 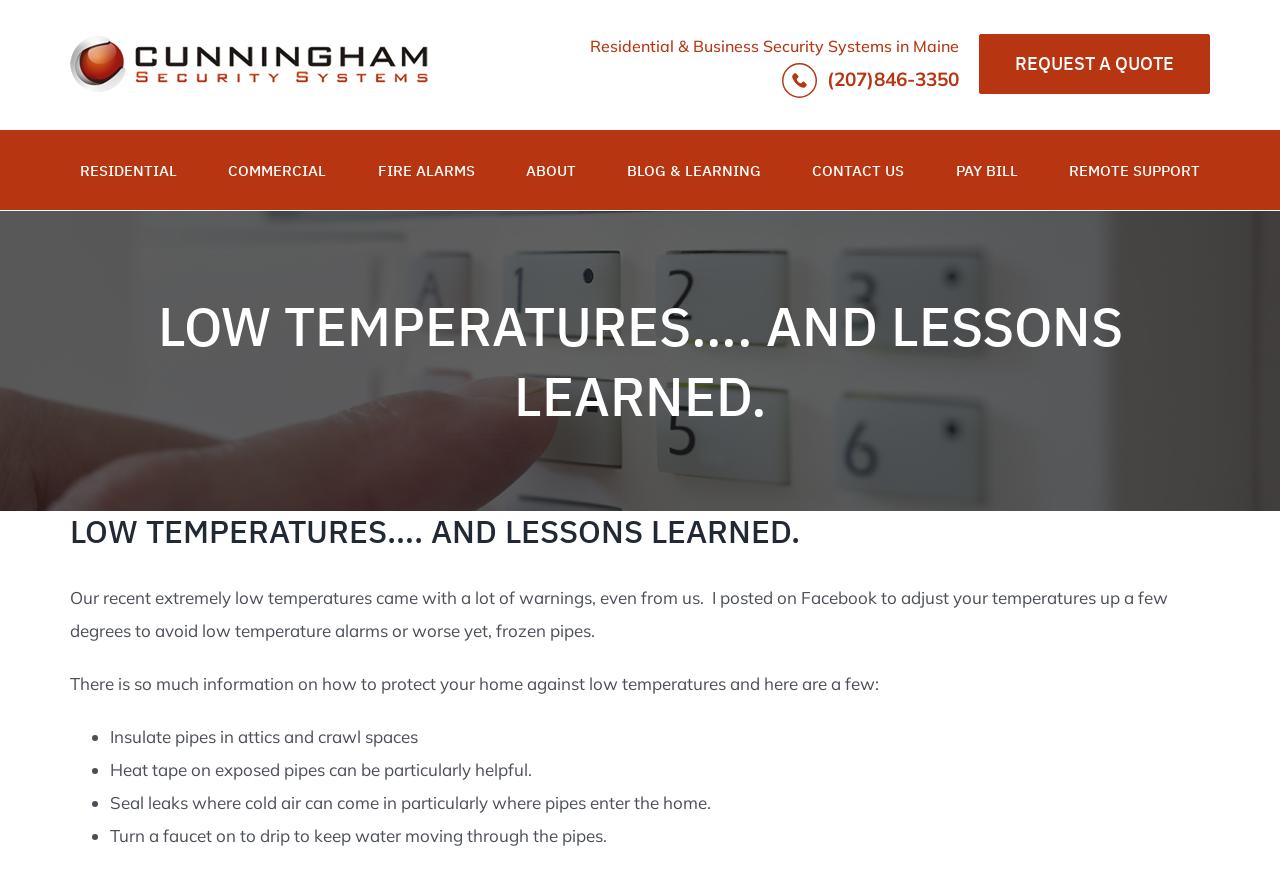 I want to click on '(207)846-3350', so click(x=889, y=79).